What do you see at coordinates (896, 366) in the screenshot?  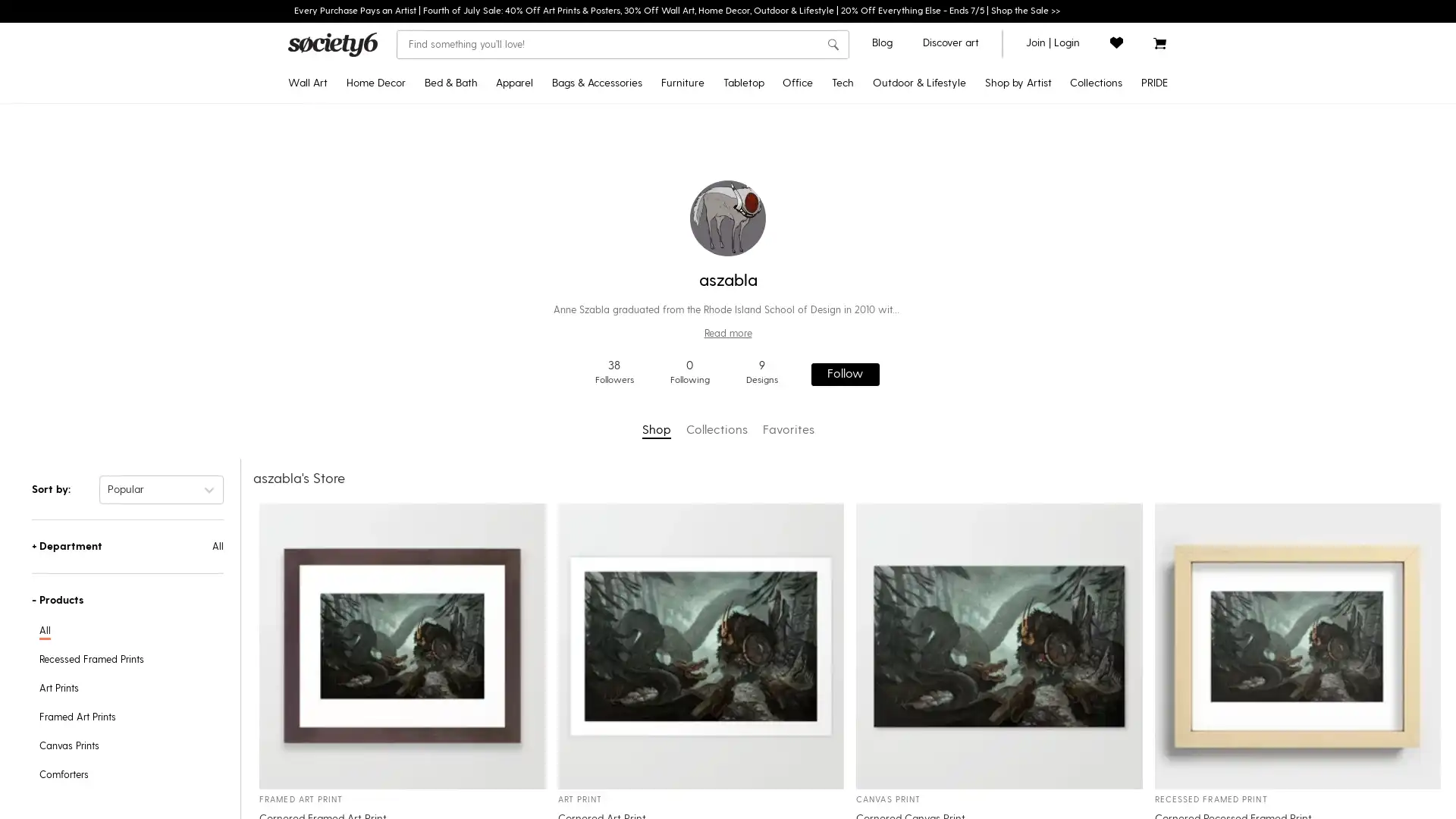 I see `Laptop Skins` at bounding box center [896, 366].